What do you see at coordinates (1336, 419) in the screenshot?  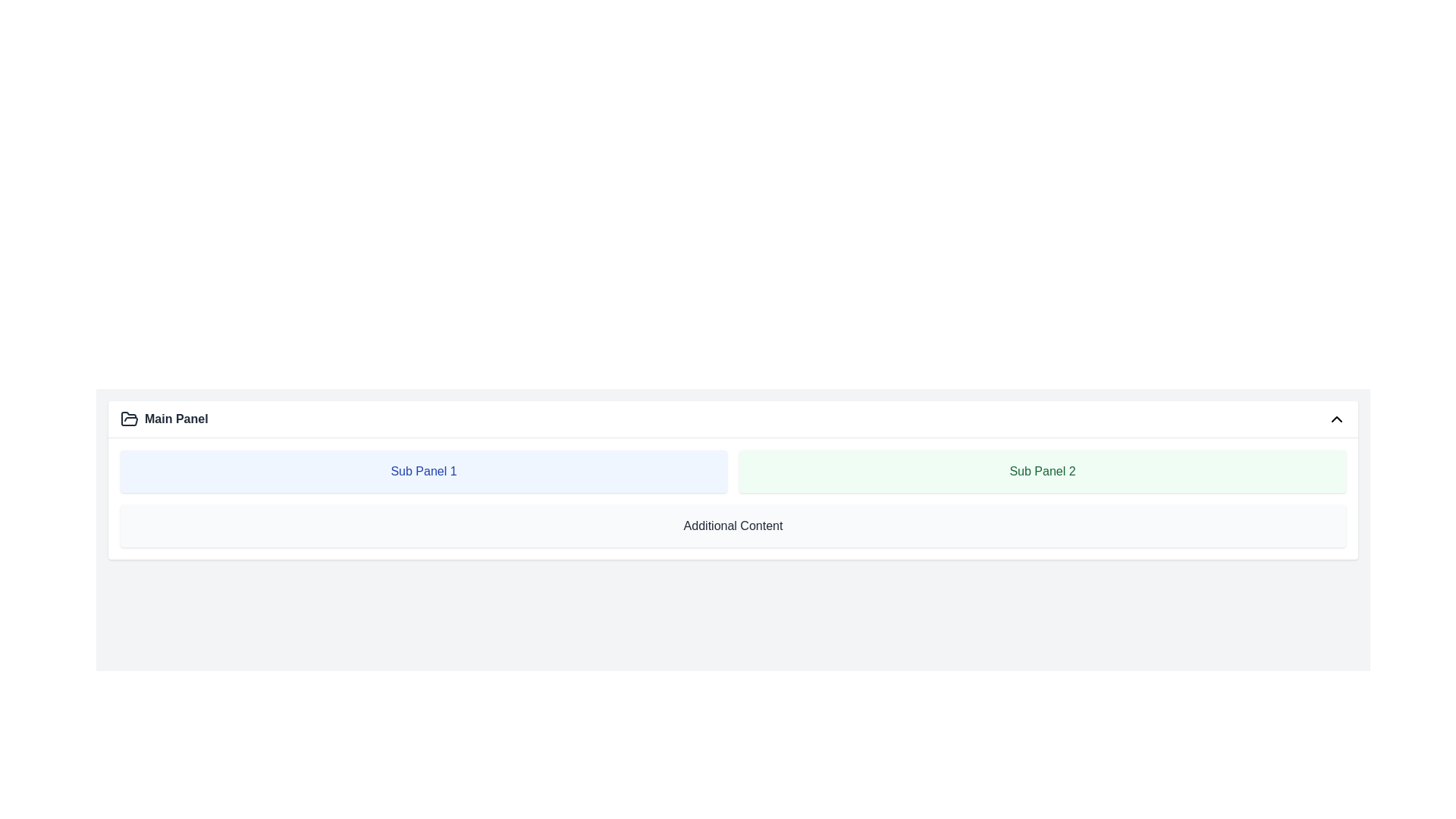 I see `the toggle icon located at the top-right corner of the 'Main Panel' header` at bounding box center [1336, 419].